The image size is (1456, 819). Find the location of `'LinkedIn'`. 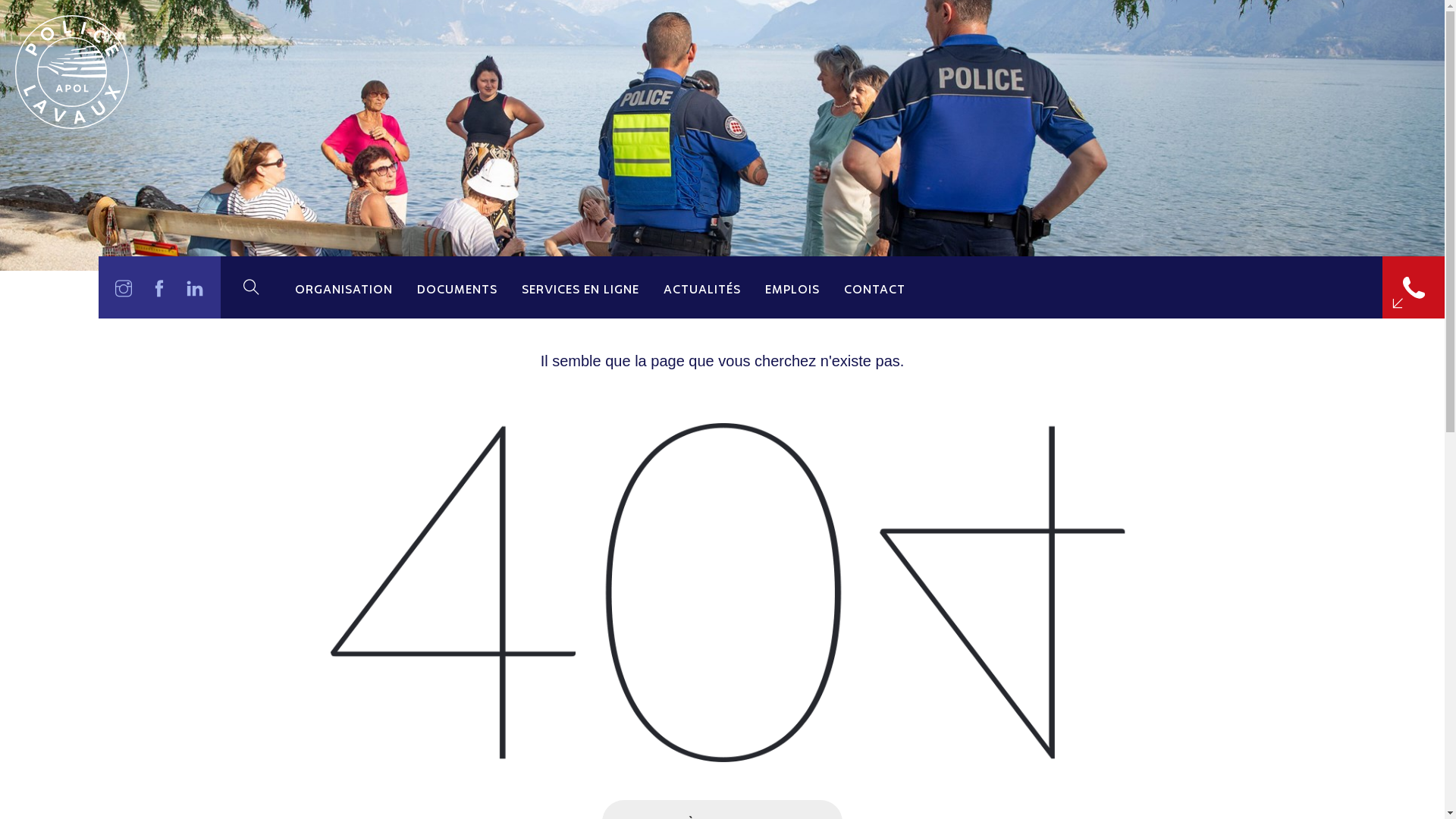

'LinkedIn' is located at coordinates (194, 287).